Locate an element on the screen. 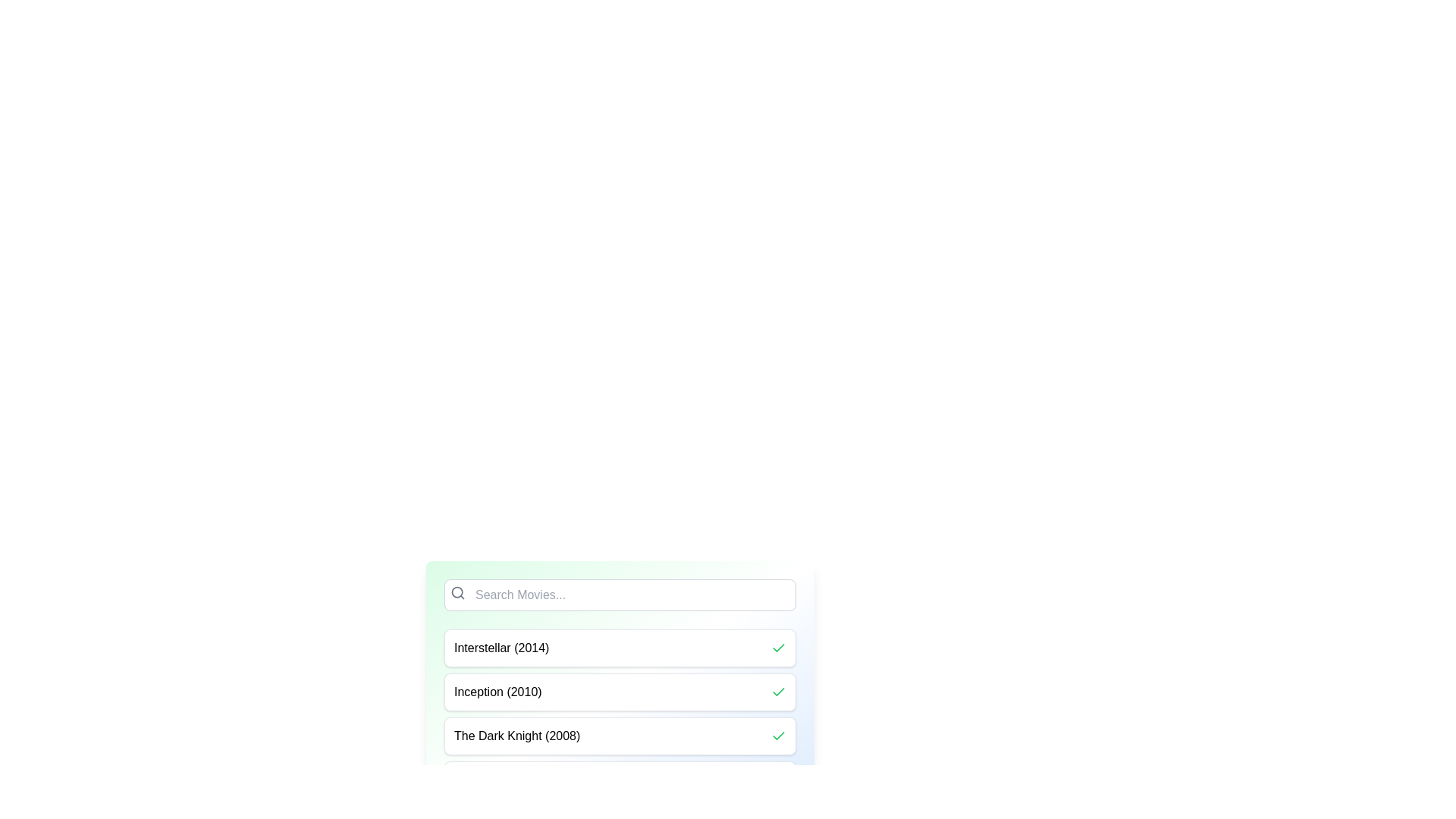 This screenshot has width=1456, height=819. the text label displaying 'Inception (2010)' is located at coordinates (497, 692).